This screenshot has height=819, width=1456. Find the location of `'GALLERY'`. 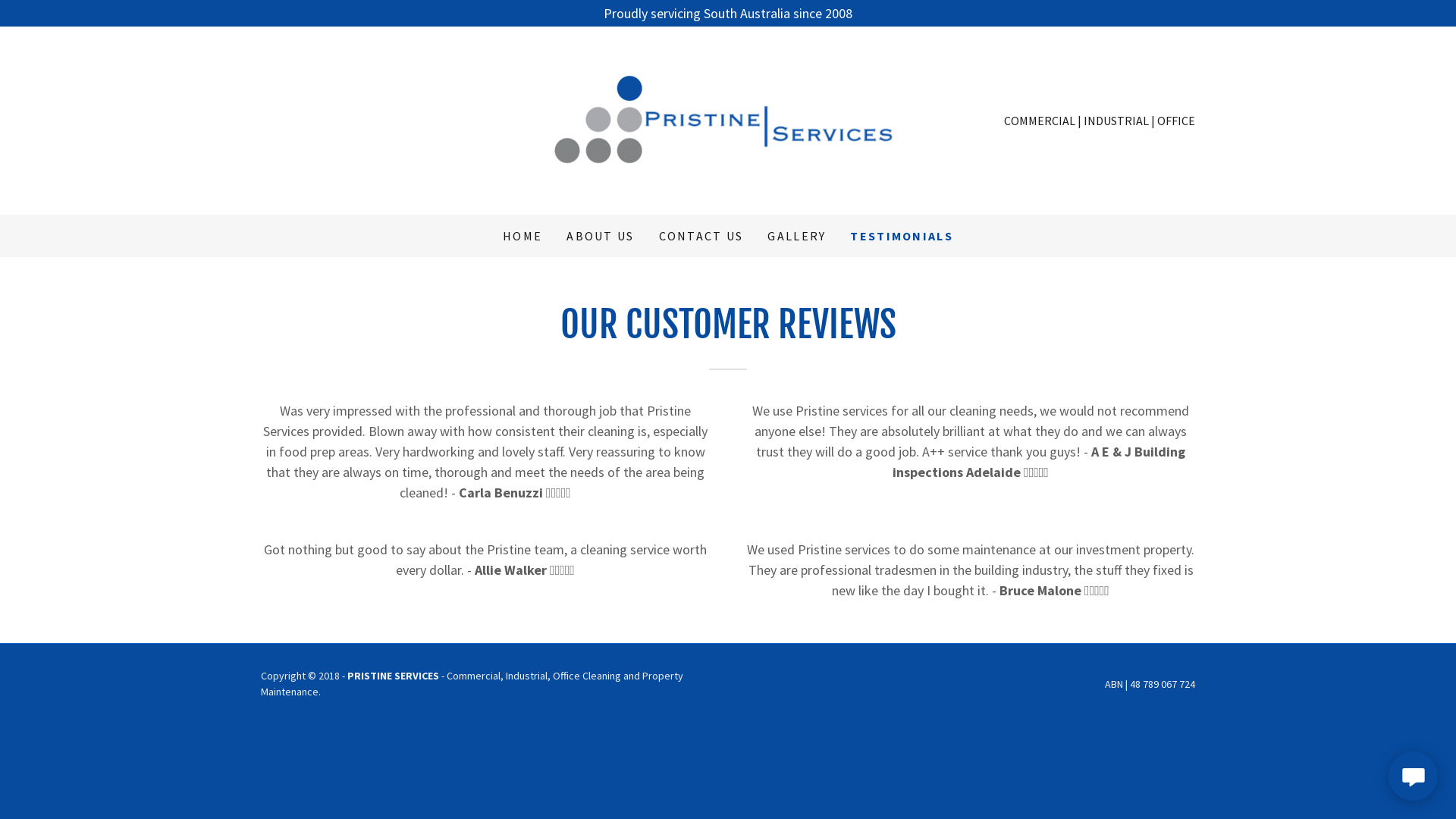

'GALLERY' is located at coordinates (795, 236).